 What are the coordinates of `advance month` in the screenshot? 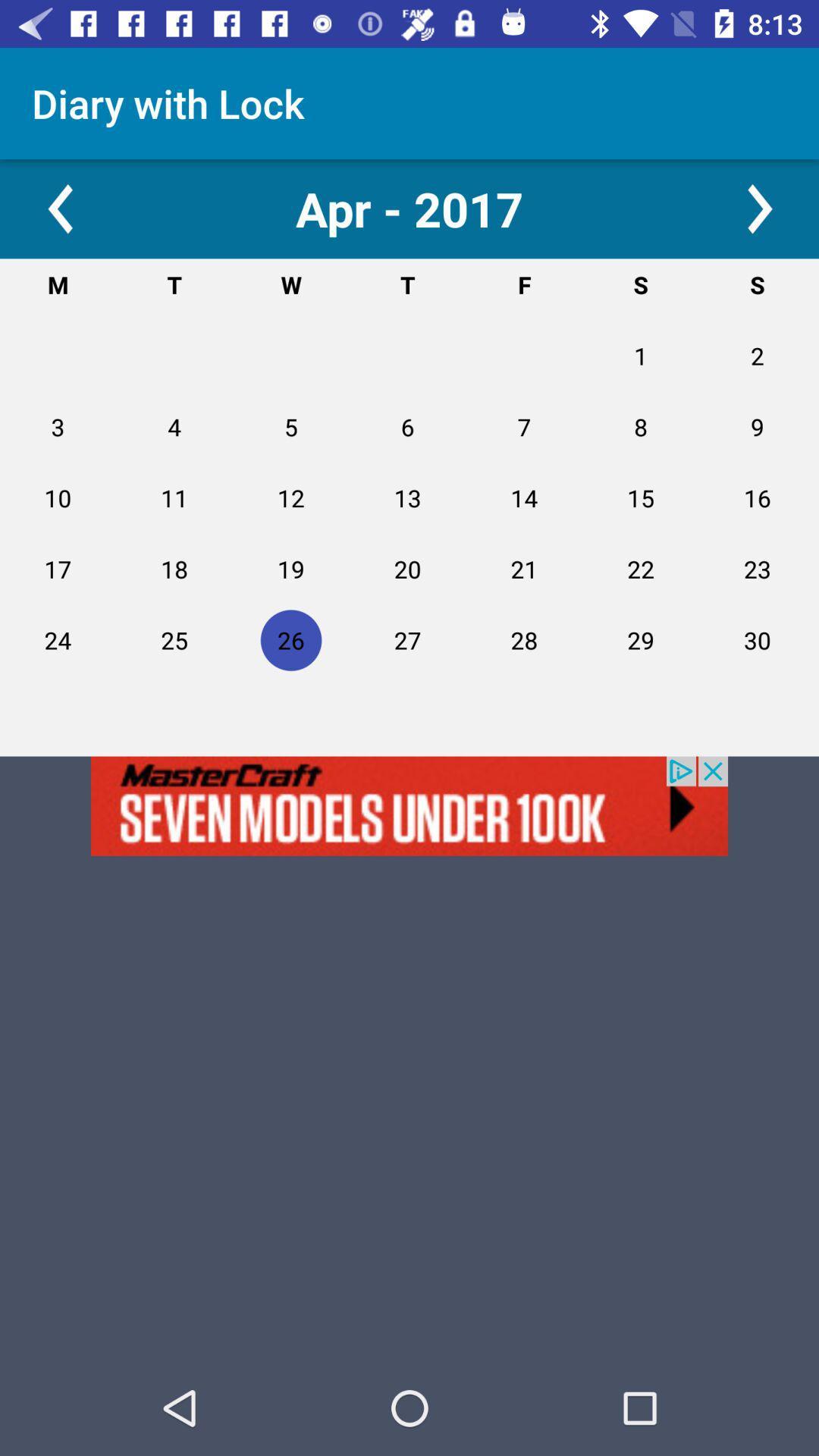 It's located at (759, 208).